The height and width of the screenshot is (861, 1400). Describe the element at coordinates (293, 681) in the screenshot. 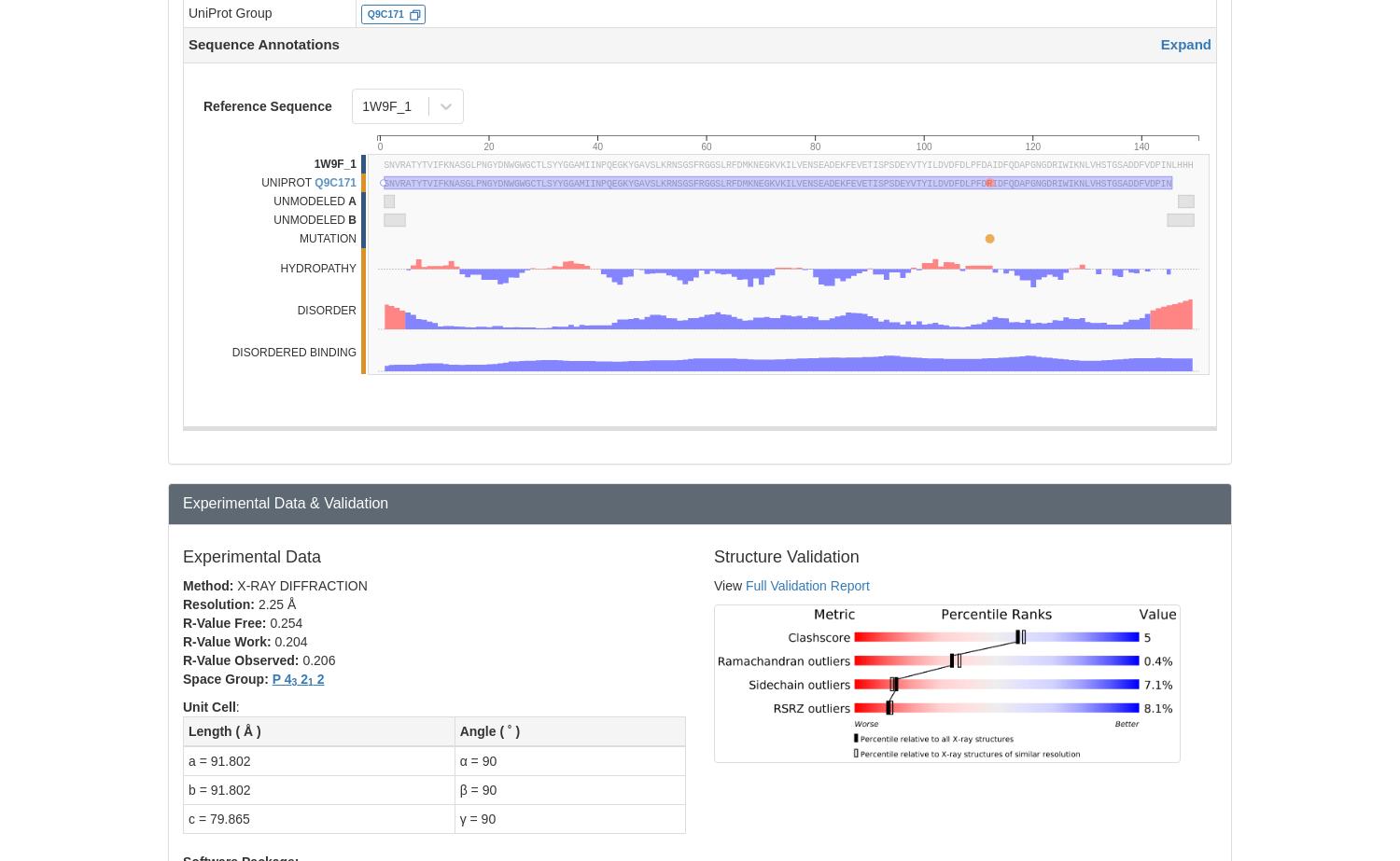

I see `'3'` at that location.